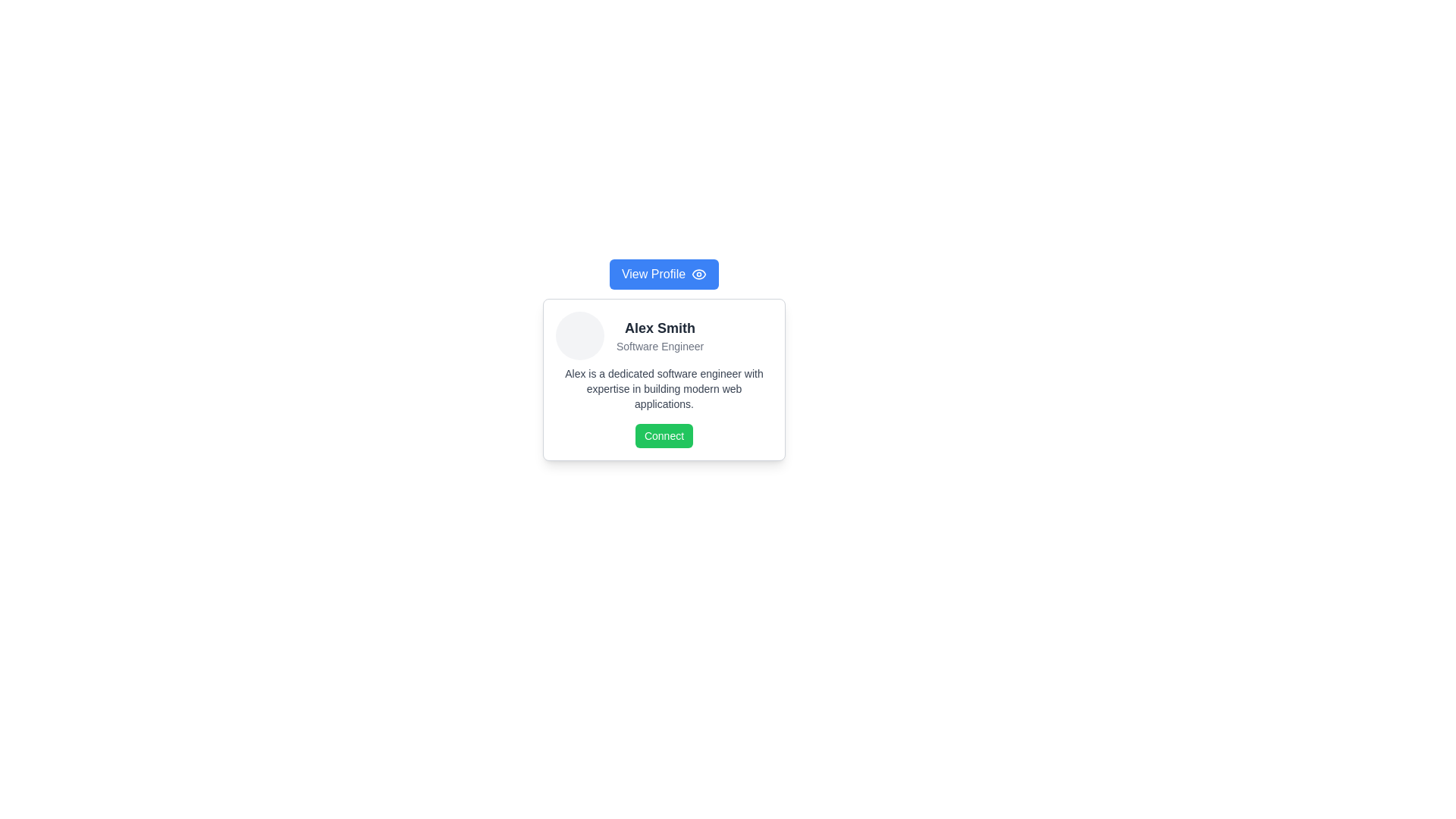 The image size is (1456, 819). What do you see at coordinates (664, 335) in the screenshot?
I see `the Profile header displaying the user's name and job title by moving the cursor to its center for reading` at bounding box center [664, 335].